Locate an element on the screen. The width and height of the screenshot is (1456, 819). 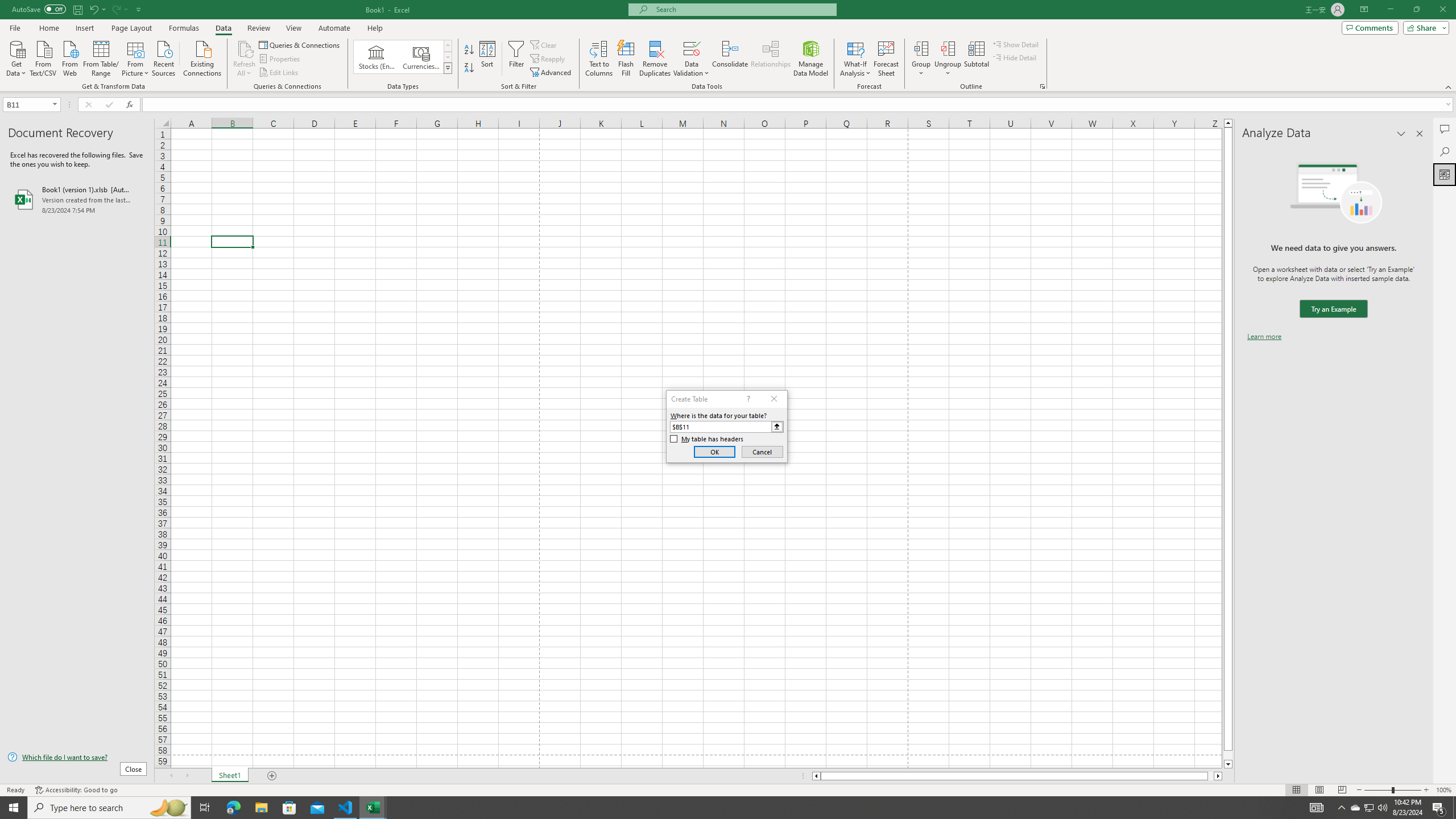
'Column left' is located at coordinates (816, 775).